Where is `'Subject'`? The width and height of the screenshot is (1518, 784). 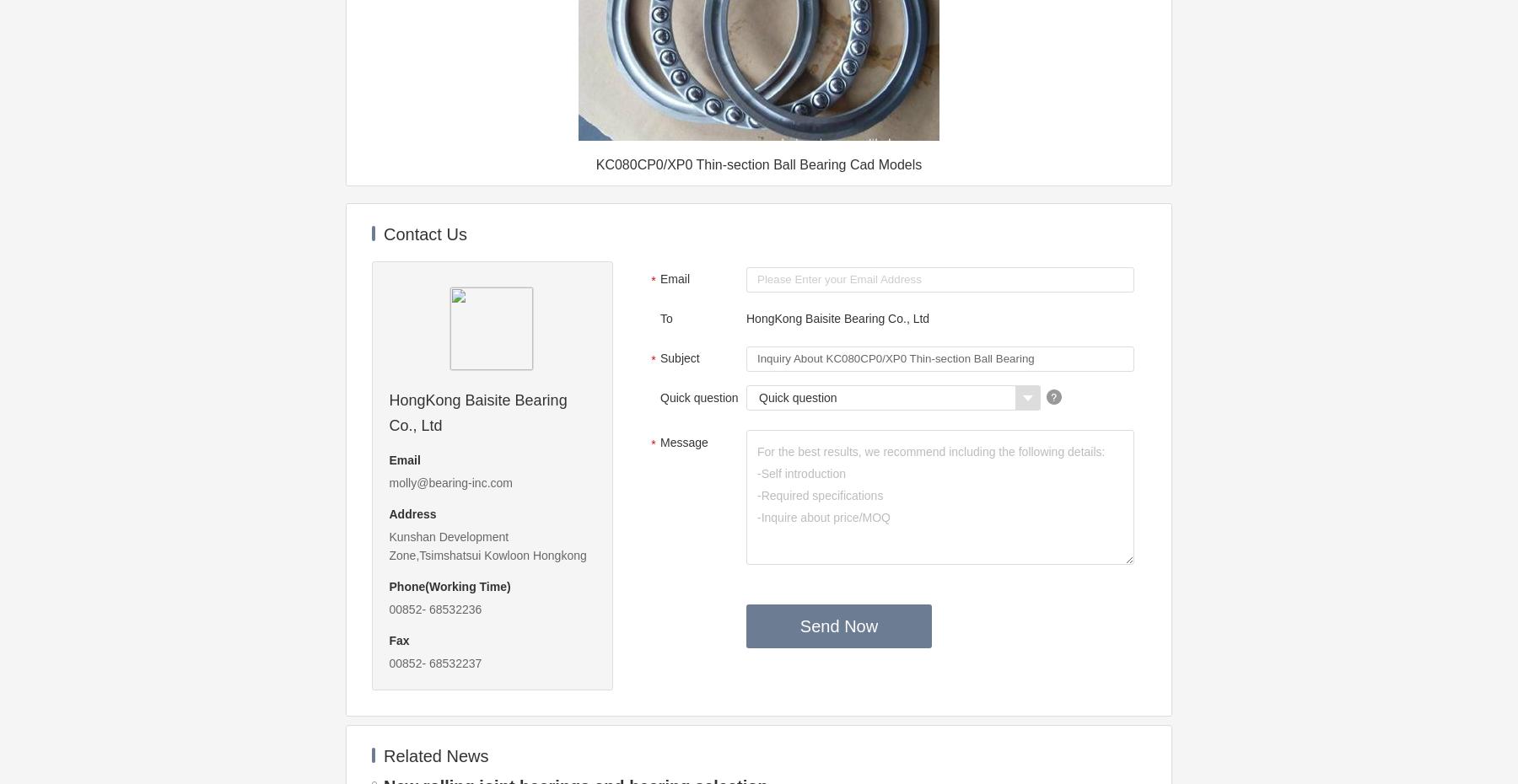
'Subject' is located at coordinates (680, 358).